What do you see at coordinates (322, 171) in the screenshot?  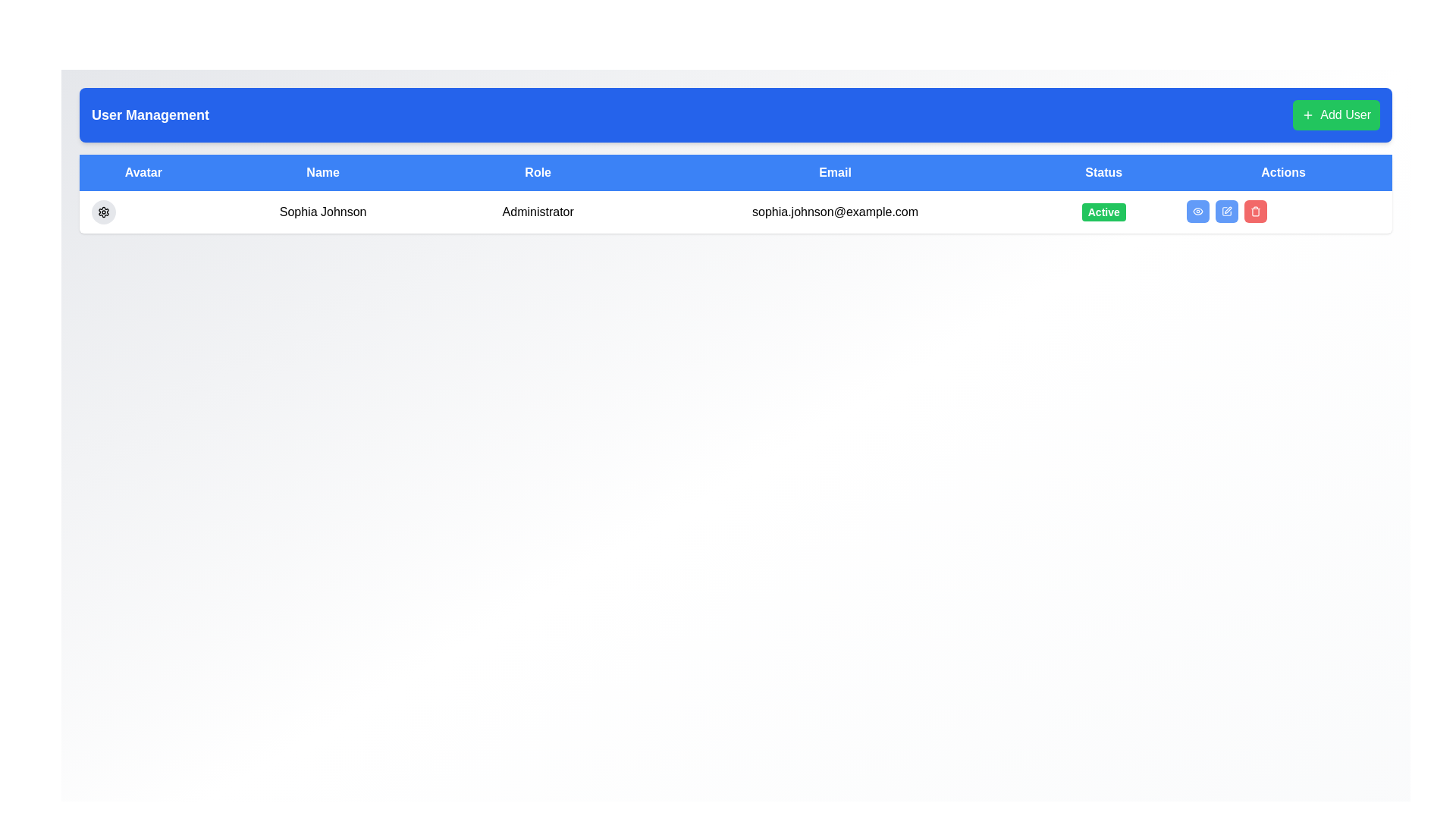 I see `the bold white text label reading 'Name' on a blue background, which is the second column header in a row of headers, positioned between 'Avatar' and 'Role'` at bounding box center [322, 171].